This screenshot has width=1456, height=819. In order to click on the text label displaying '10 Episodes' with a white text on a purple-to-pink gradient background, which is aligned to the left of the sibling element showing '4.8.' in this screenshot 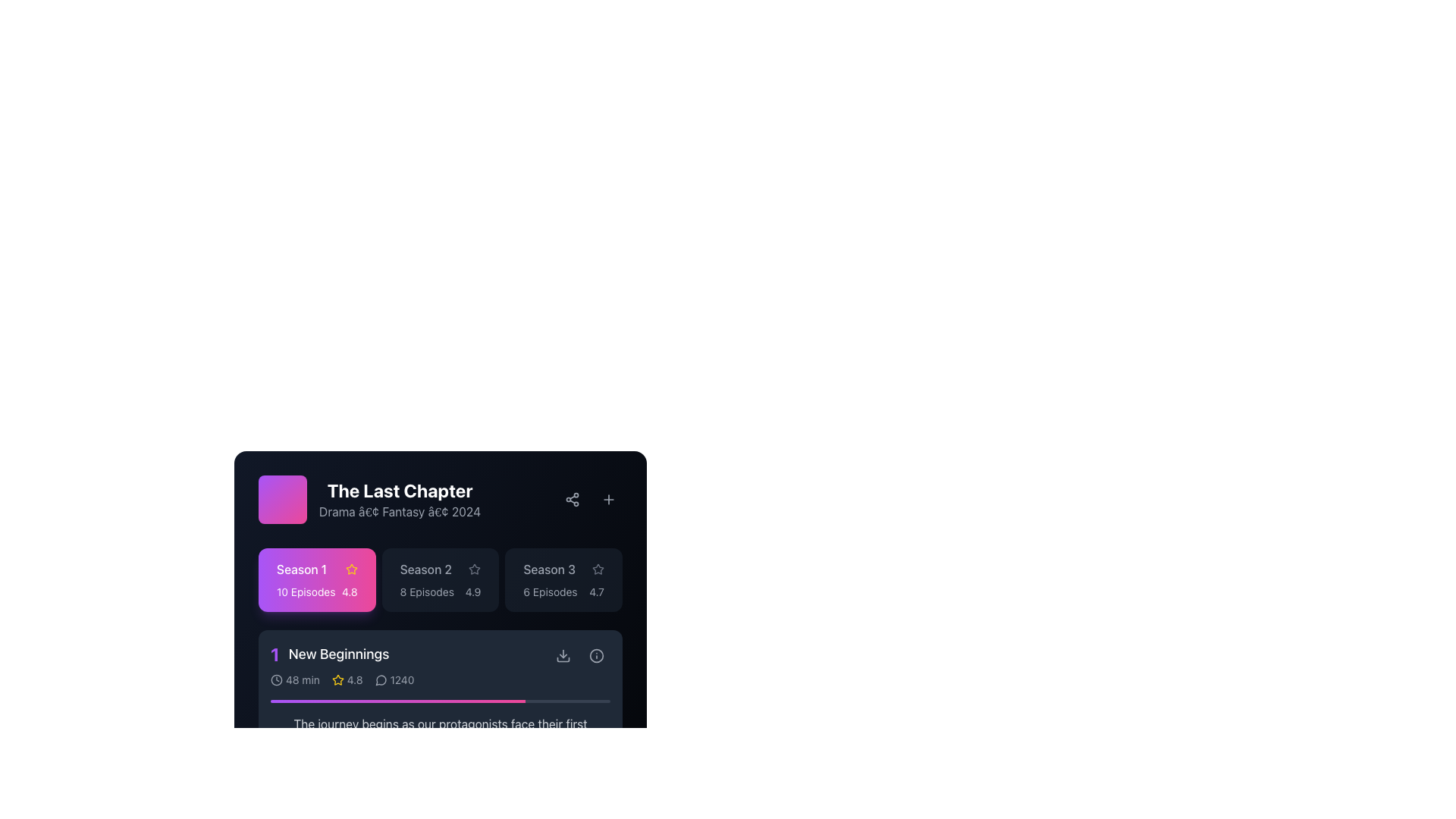, I will do `click(305, 591)`.